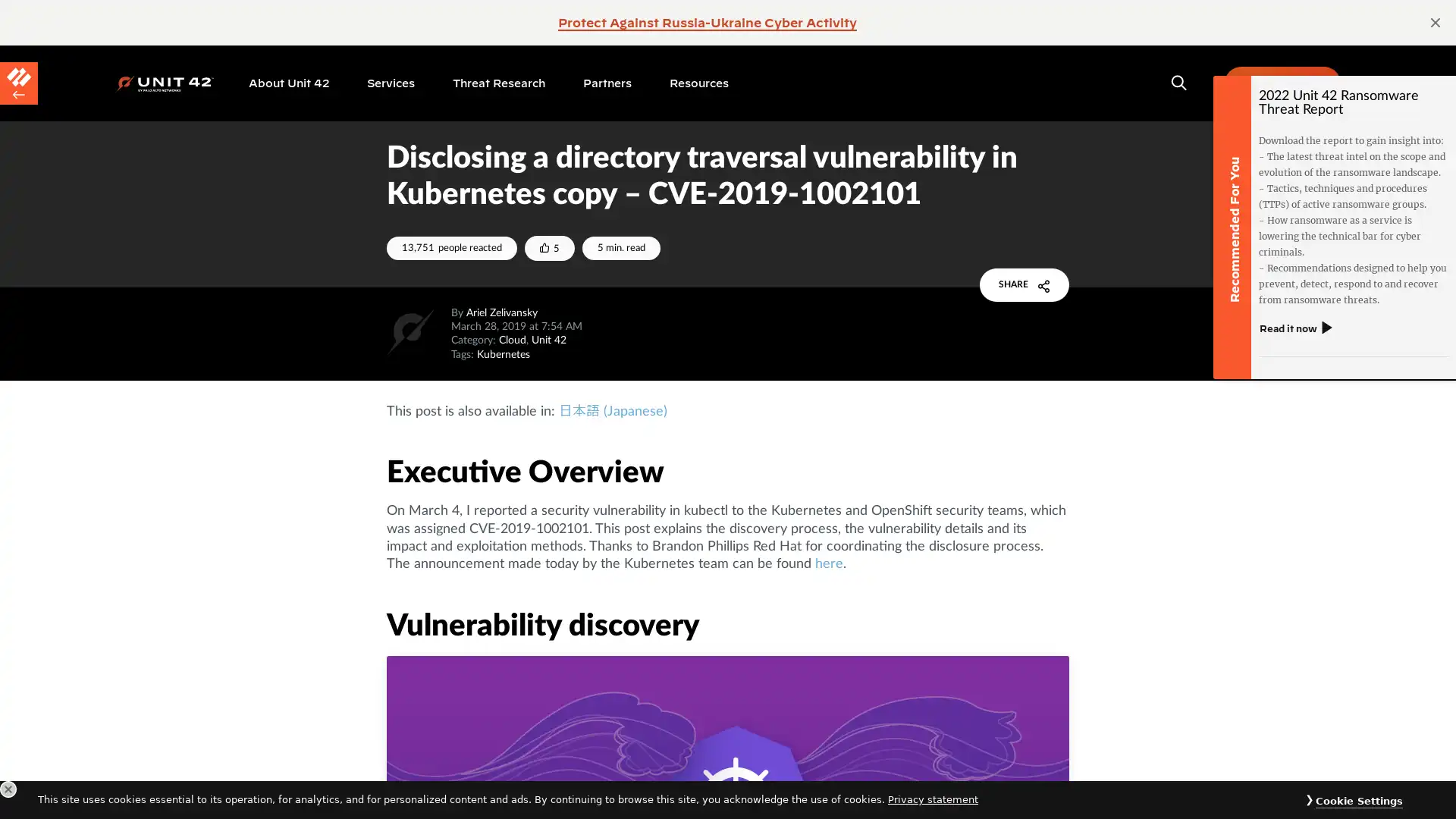  What do you see at coordinates (1434, 23) in the screenshot?
I see `page alert close` at bounding box center [1434, 23].